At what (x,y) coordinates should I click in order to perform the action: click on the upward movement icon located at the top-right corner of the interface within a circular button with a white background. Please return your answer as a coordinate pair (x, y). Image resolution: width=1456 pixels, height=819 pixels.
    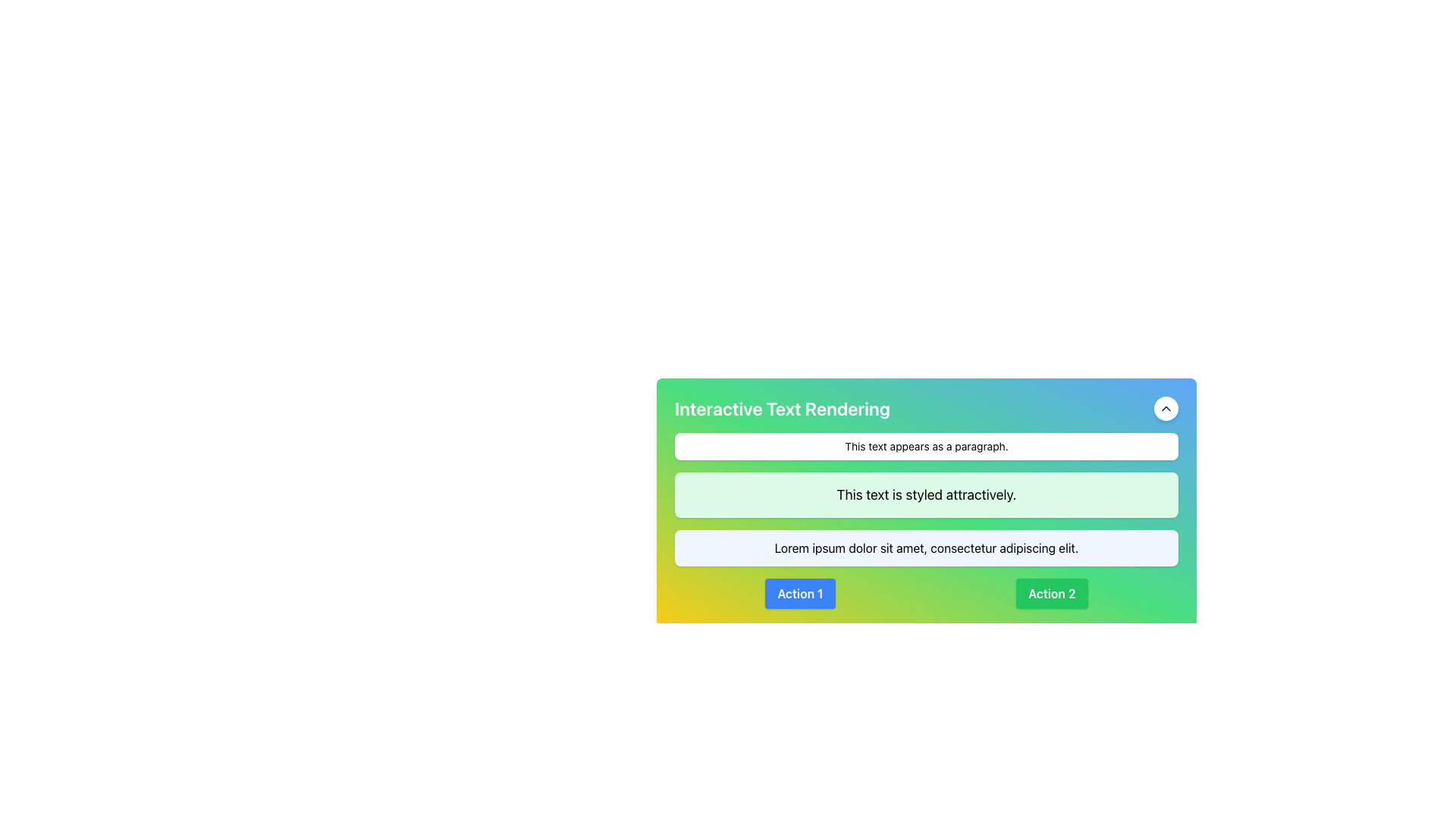
    Looking at the image, I should click on (1165, 408).